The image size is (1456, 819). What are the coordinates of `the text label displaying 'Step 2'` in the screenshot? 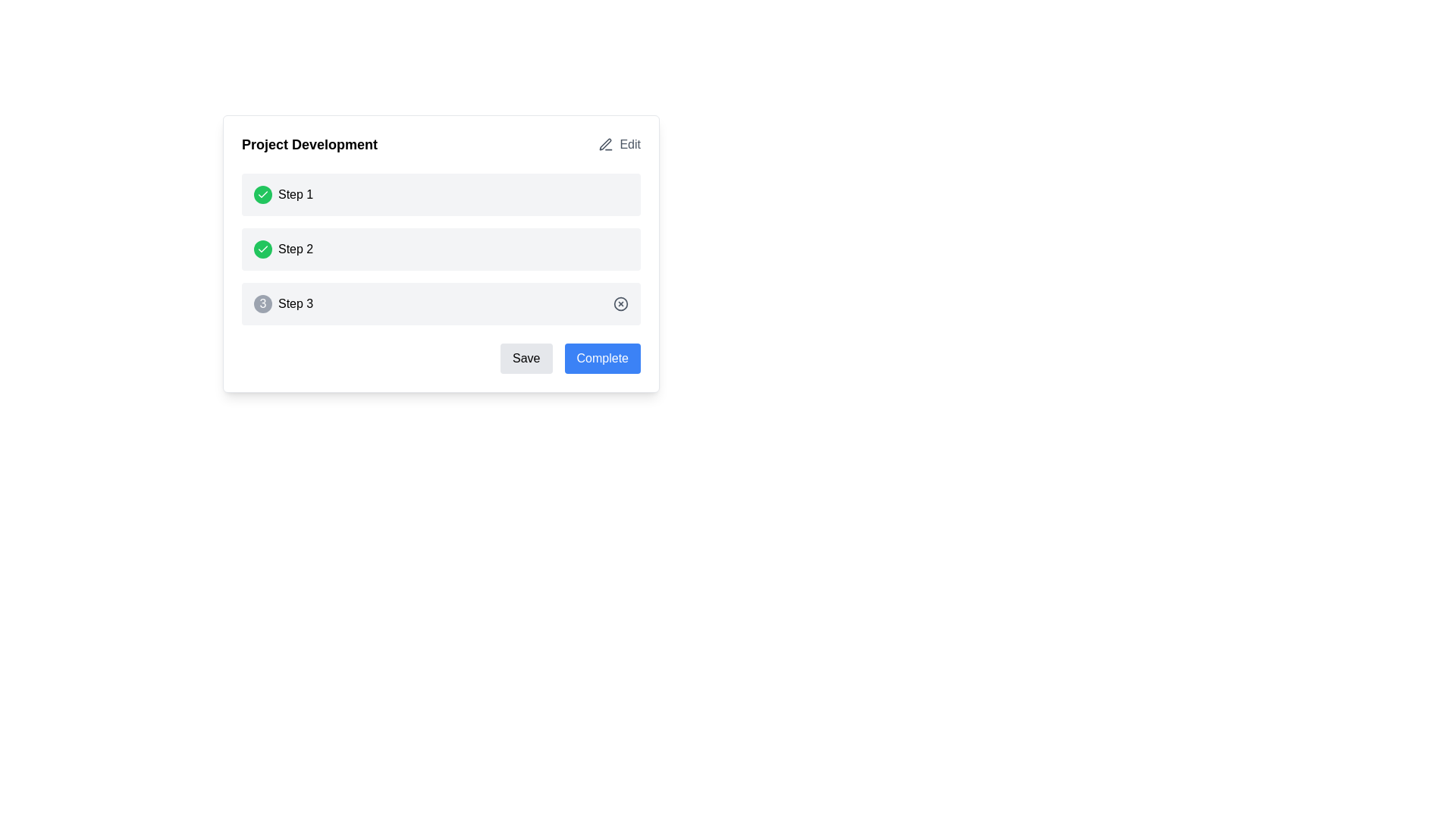 It's located at (296, 248).